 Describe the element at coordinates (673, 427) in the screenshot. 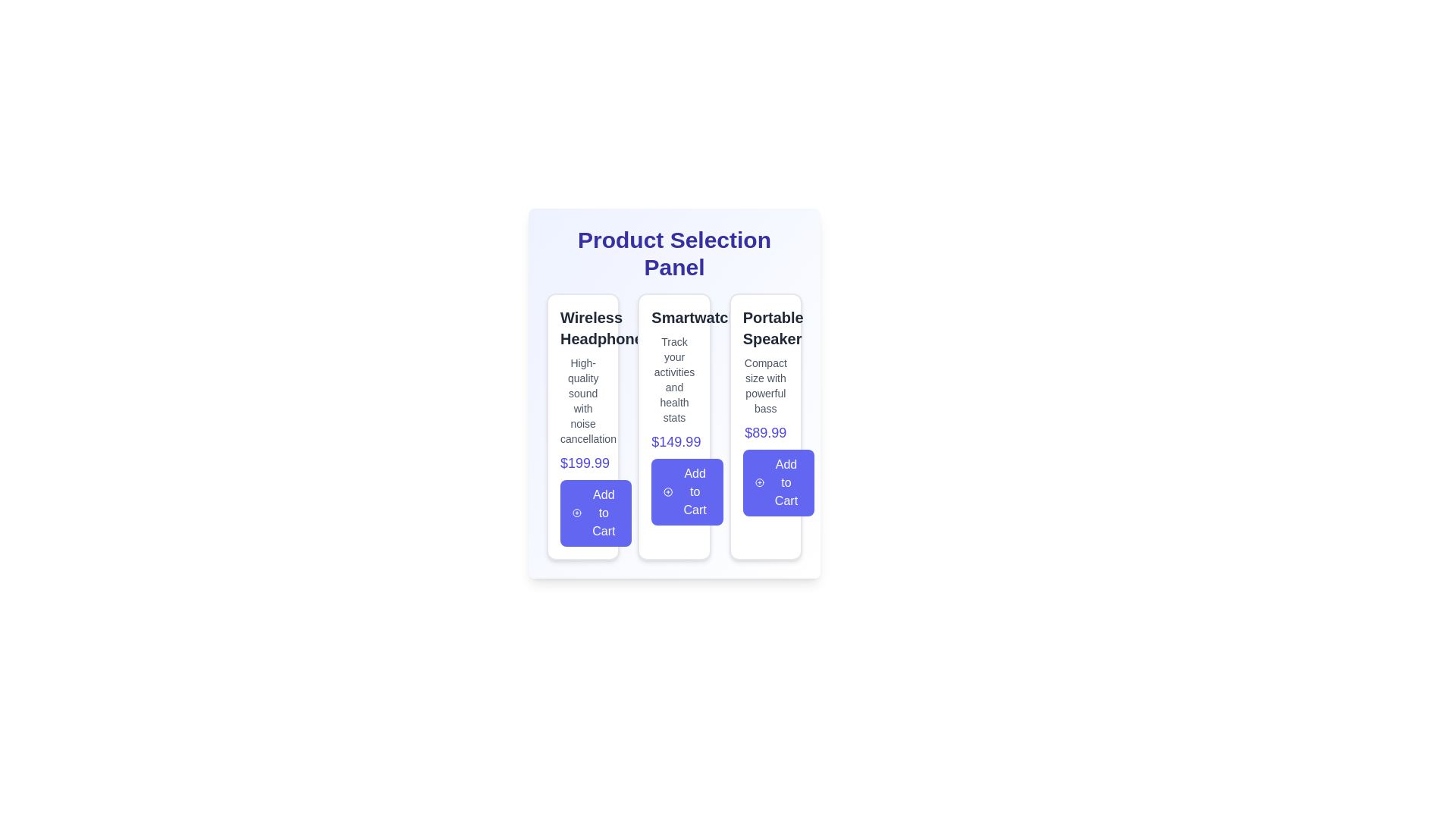

I see `the 'Smartwatch' product card in the 'Product Selection Panel' which contains the 'Add to Cart' button` at that location.